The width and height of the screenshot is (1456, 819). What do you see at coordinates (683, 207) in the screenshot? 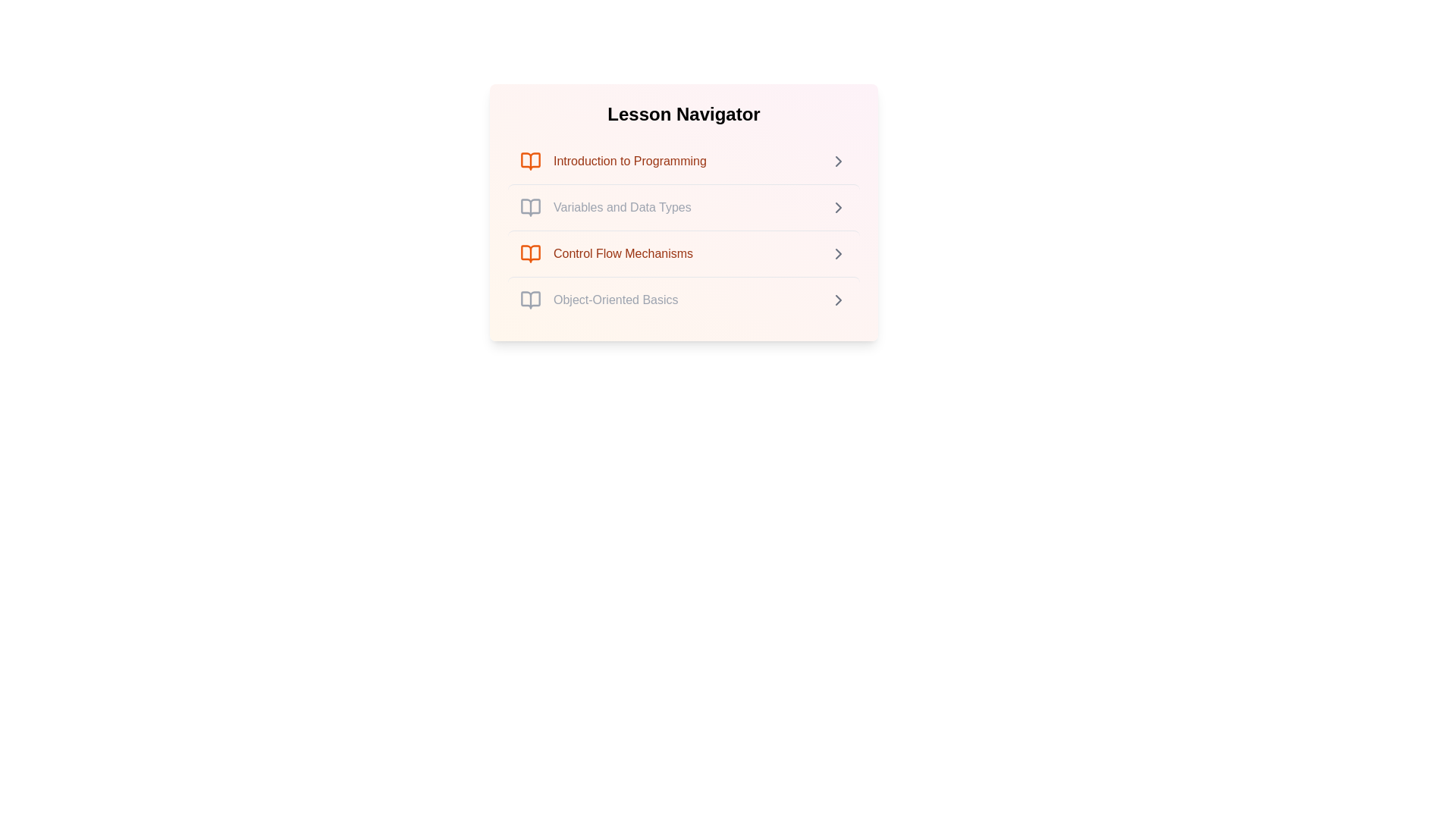
I see `the lesson item titled 'Variables and Data Types' to view its details` at bounding box center [683, 207].